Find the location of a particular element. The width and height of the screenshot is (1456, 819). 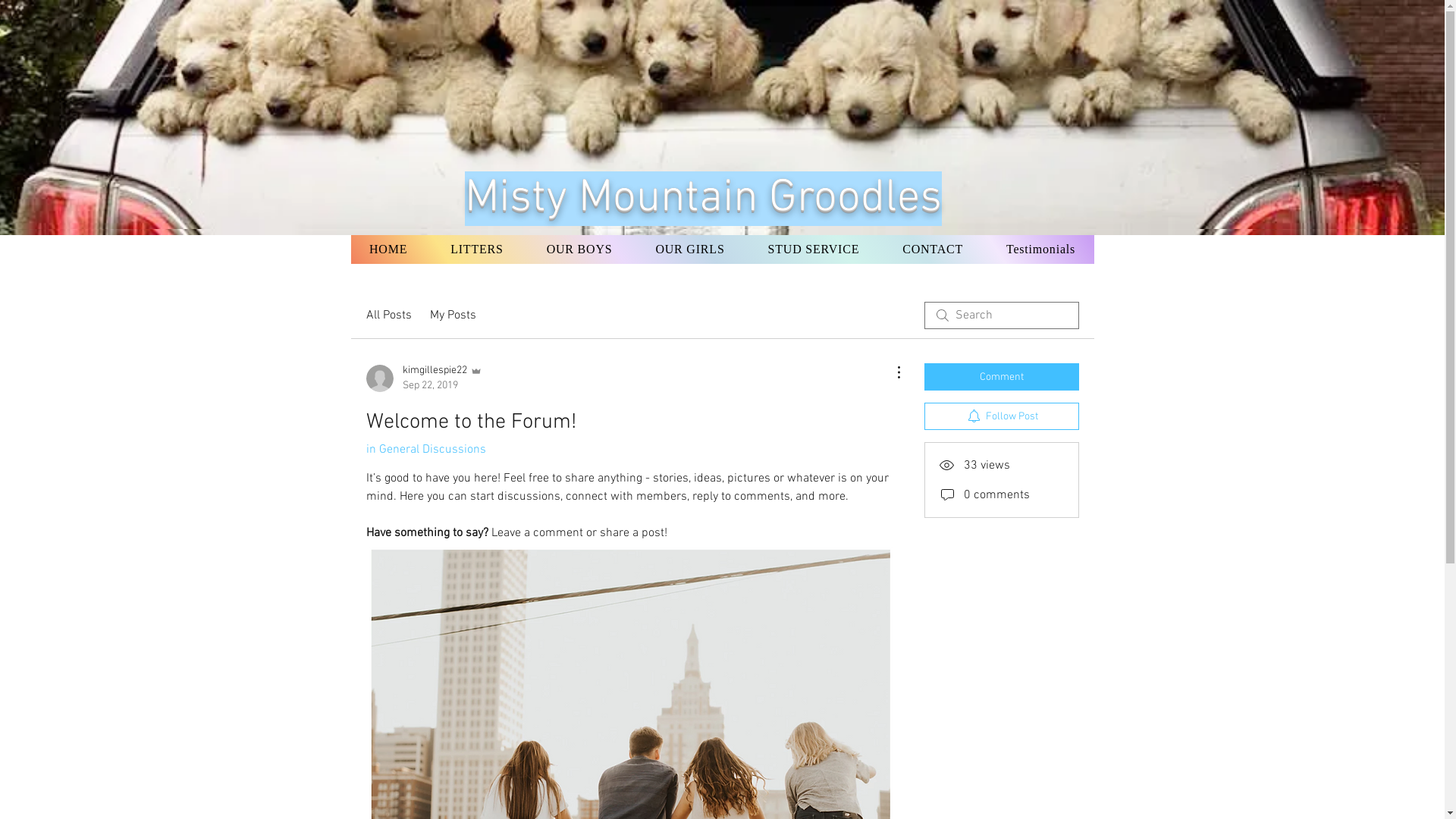

'My Posts' is located at coordinates (451, 315).